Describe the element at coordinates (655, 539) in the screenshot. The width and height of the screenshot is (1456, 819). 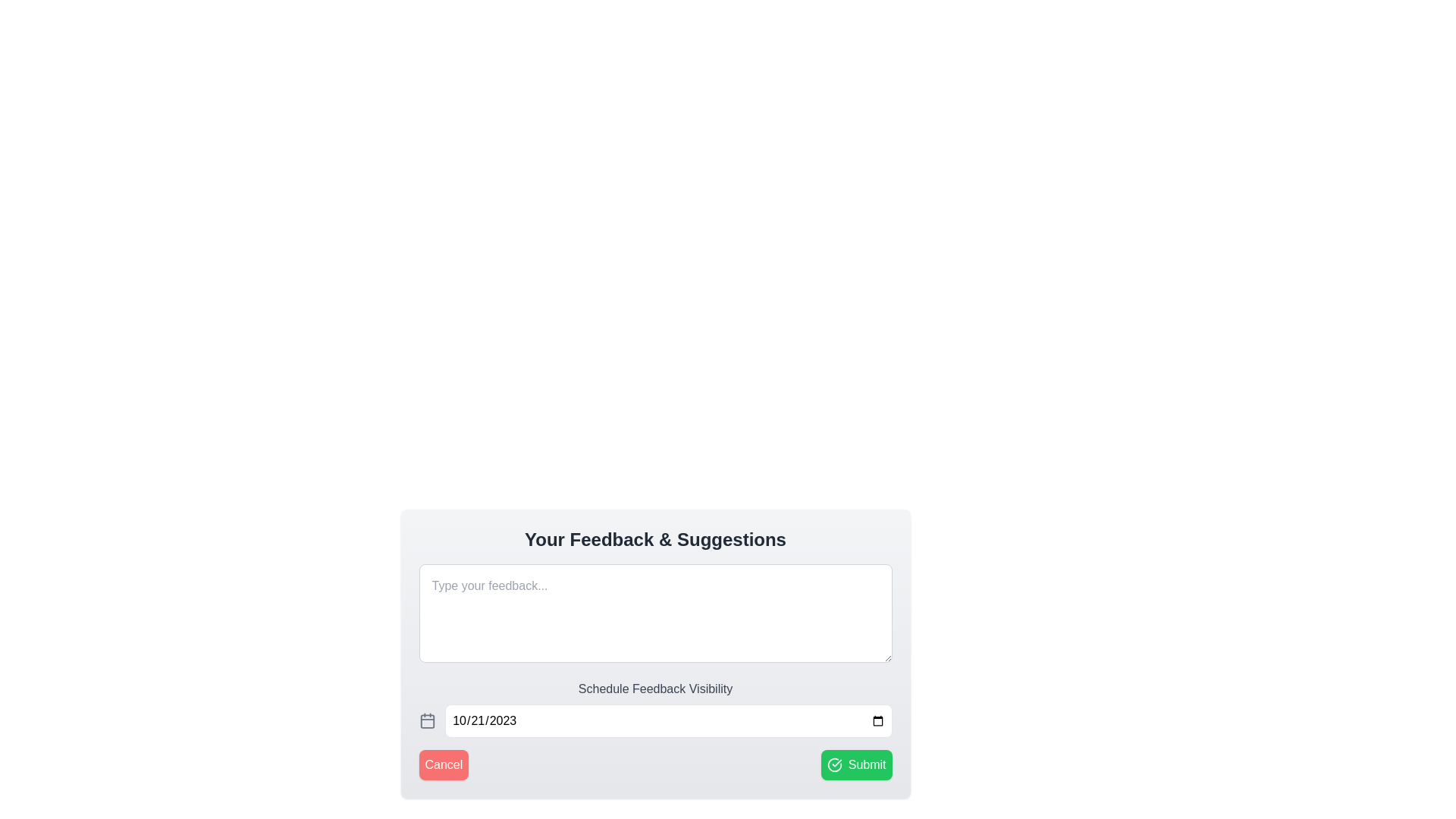
I see `the static text heading that reads 'Your Feedback & Suggestions', which is styled in bold and large font, positioned at the top of its section` at that location.